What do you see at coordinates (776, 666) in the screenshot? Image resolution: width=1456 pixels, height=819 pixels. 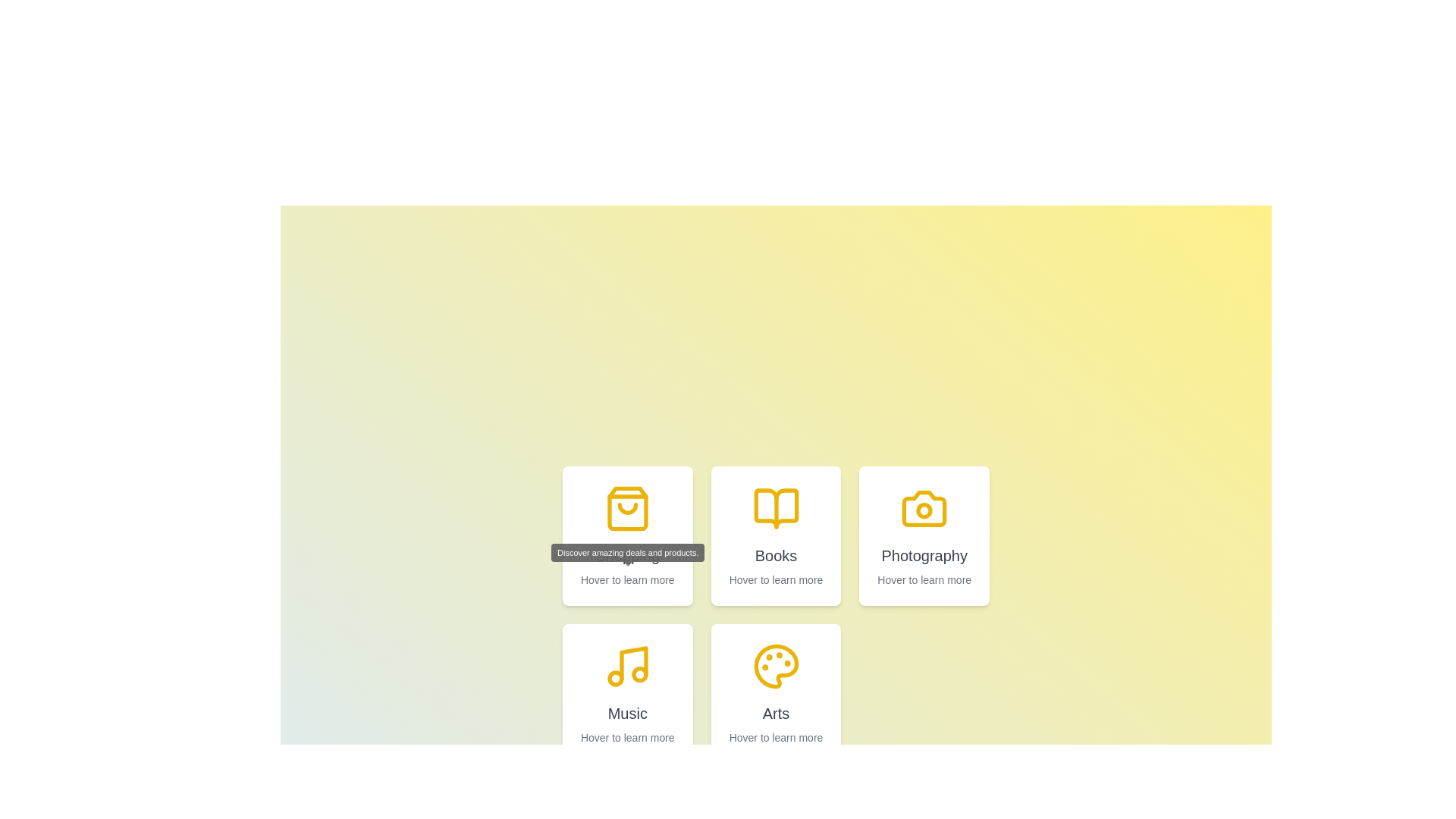 I see `the circular artist's palette icon, which is colored yellow and located within the tile labeled 'Arts'` at bounding box center [776, 666].